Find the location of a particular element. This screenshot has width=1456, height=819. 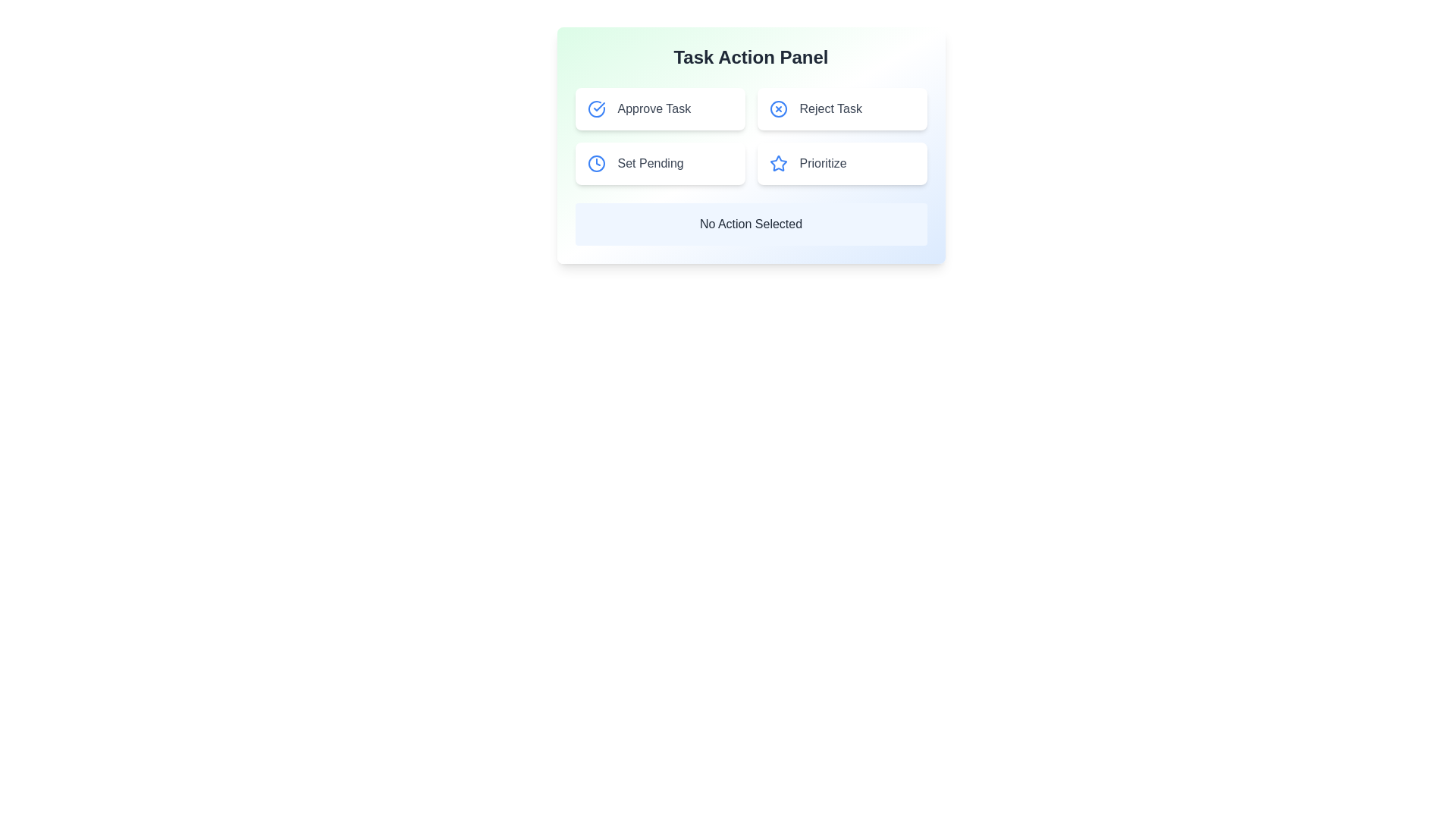

the section header text label located at the top of the card layout, which provides context for the surrounding buttons such as 'Approve Task', 'Reject Task', 'Set Pending', and 'Prioritize' is located at coordinates (751, 57).